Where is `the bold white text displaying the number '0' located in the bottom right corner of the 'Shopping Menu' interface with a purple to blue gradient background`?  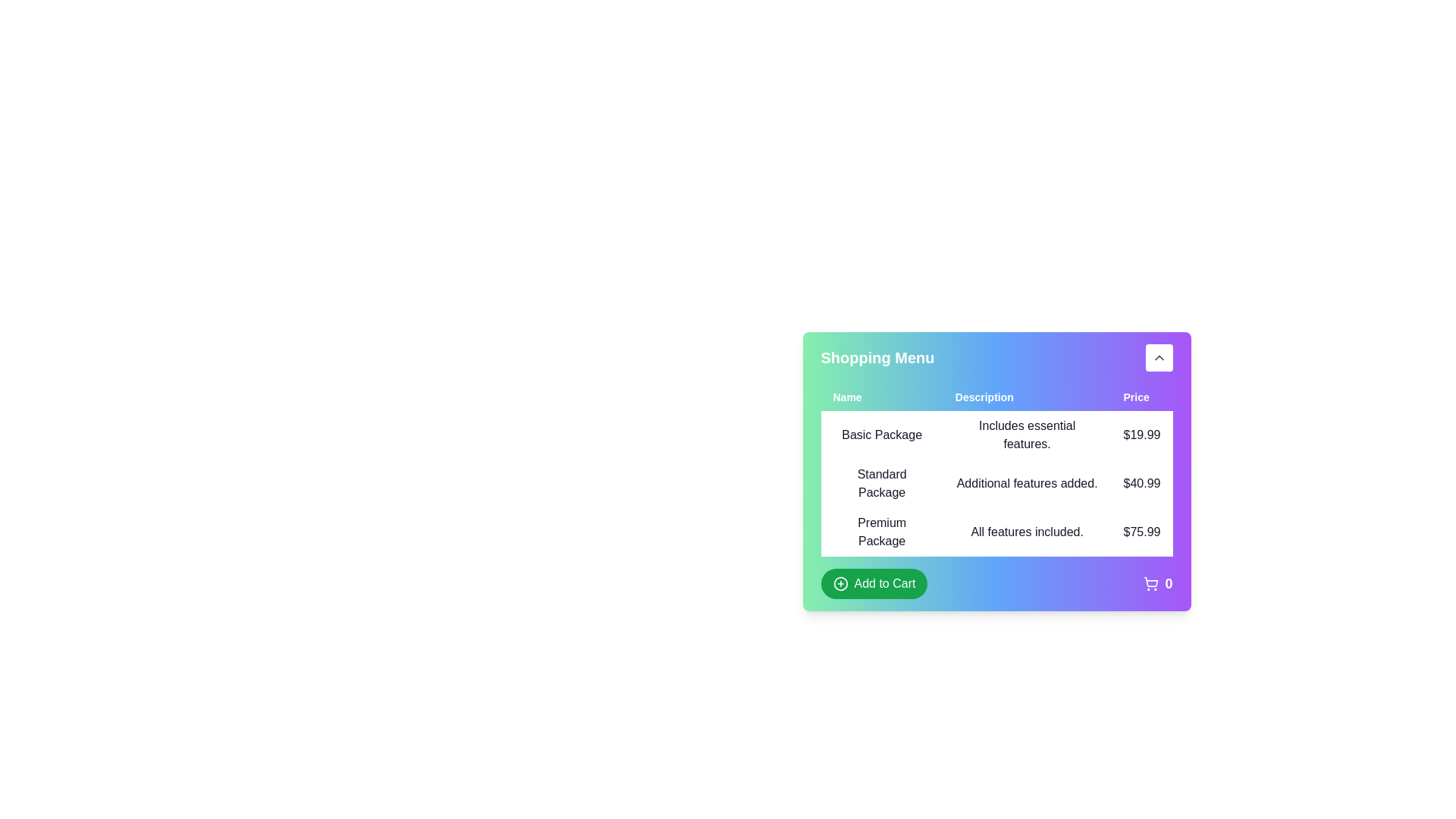 the bold white text displaying the number '0' located in the bottom right corner of the 'Shopping Menu' interface with a purple to blue gradient background is located at coordinates (1168, 583).